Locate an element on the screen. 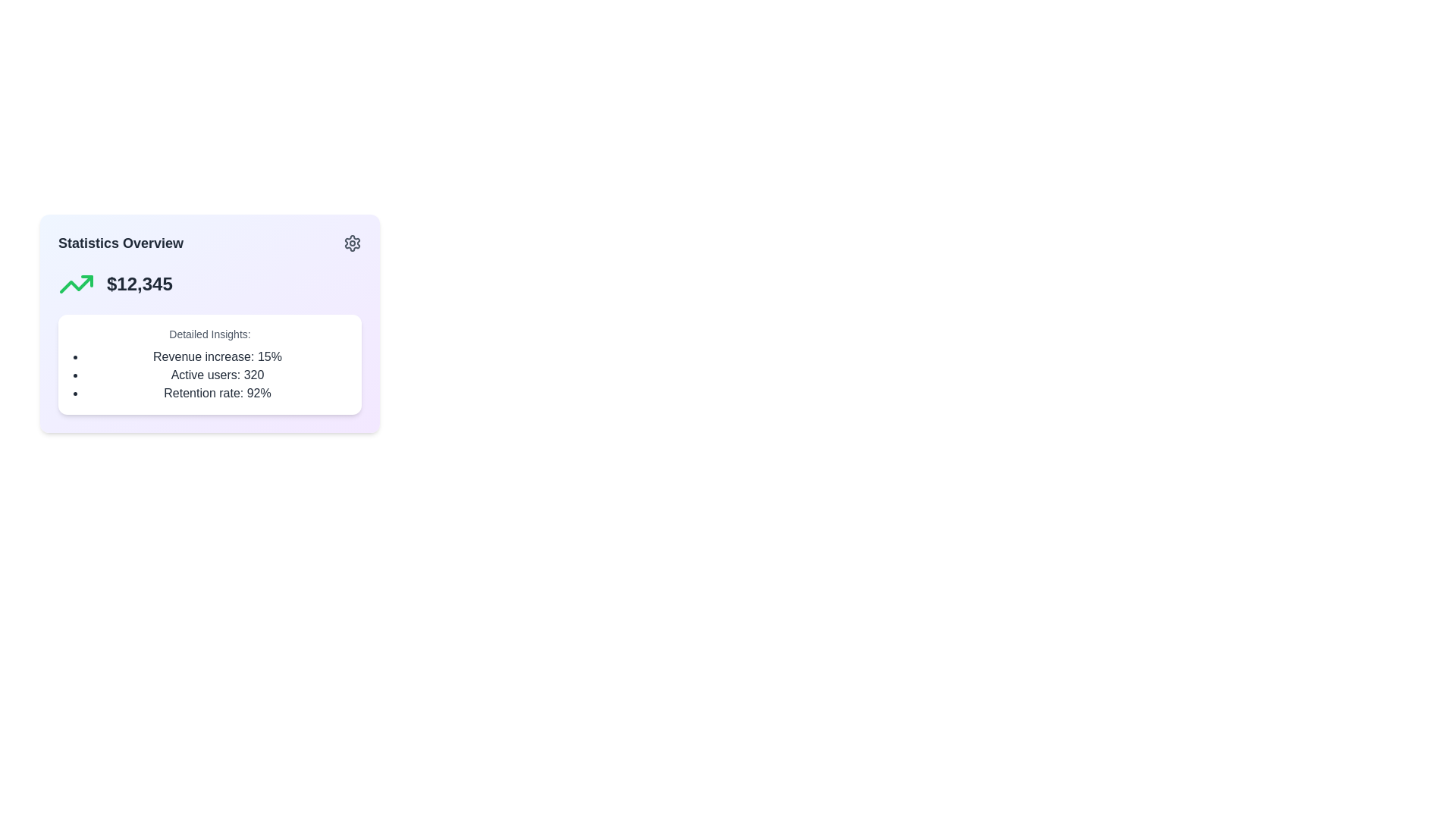 This screenshot has height=819, width=1456. text label displaying the revenue increase percentage, which is the first item in the vertical bulleted list within the 'Detailed Insights' section is located at coordinates (217, 356).